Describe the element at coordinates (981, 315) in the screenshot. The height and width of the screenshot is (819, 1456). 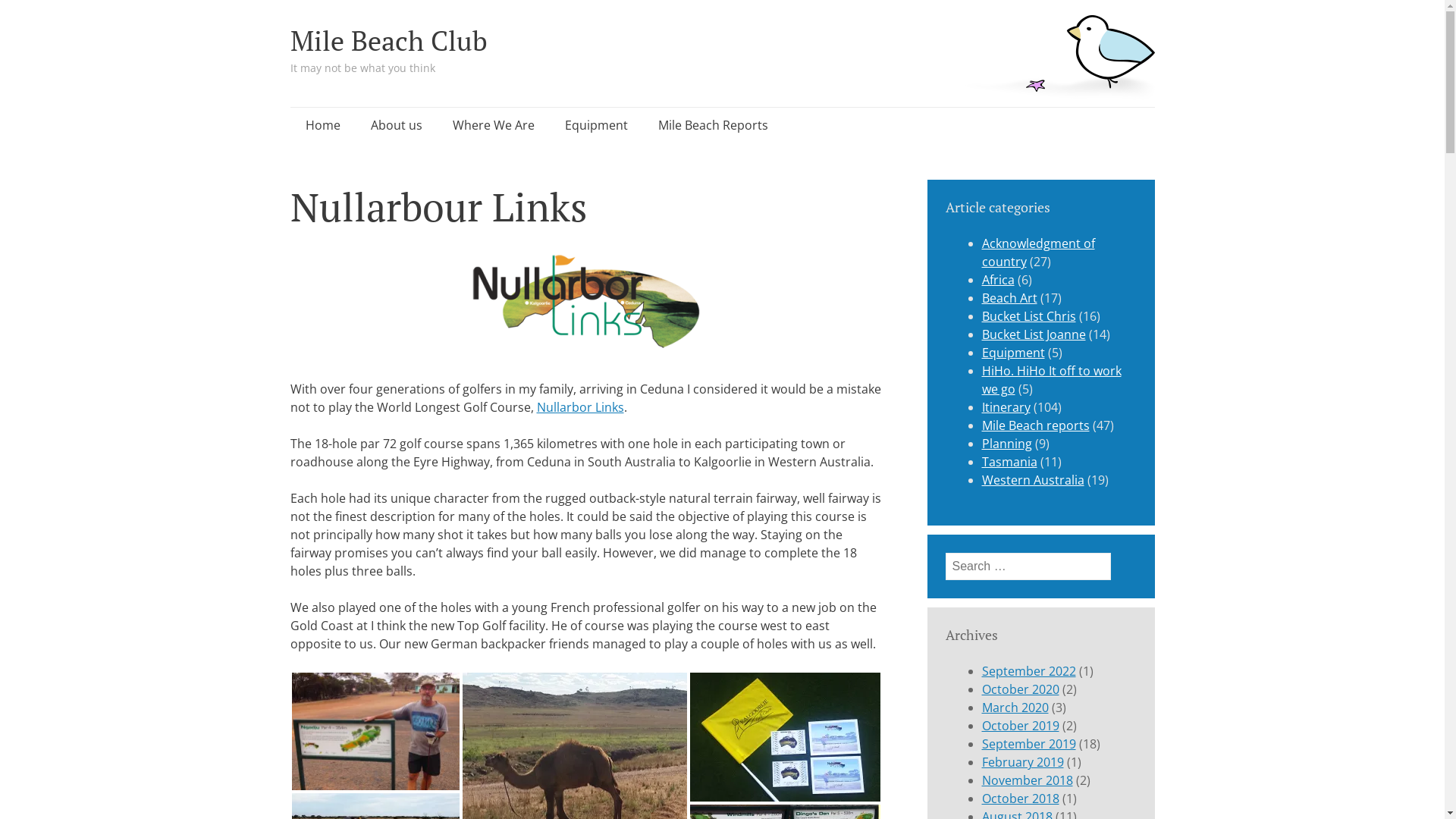
I see `'Bucket List Chris'` at that location.